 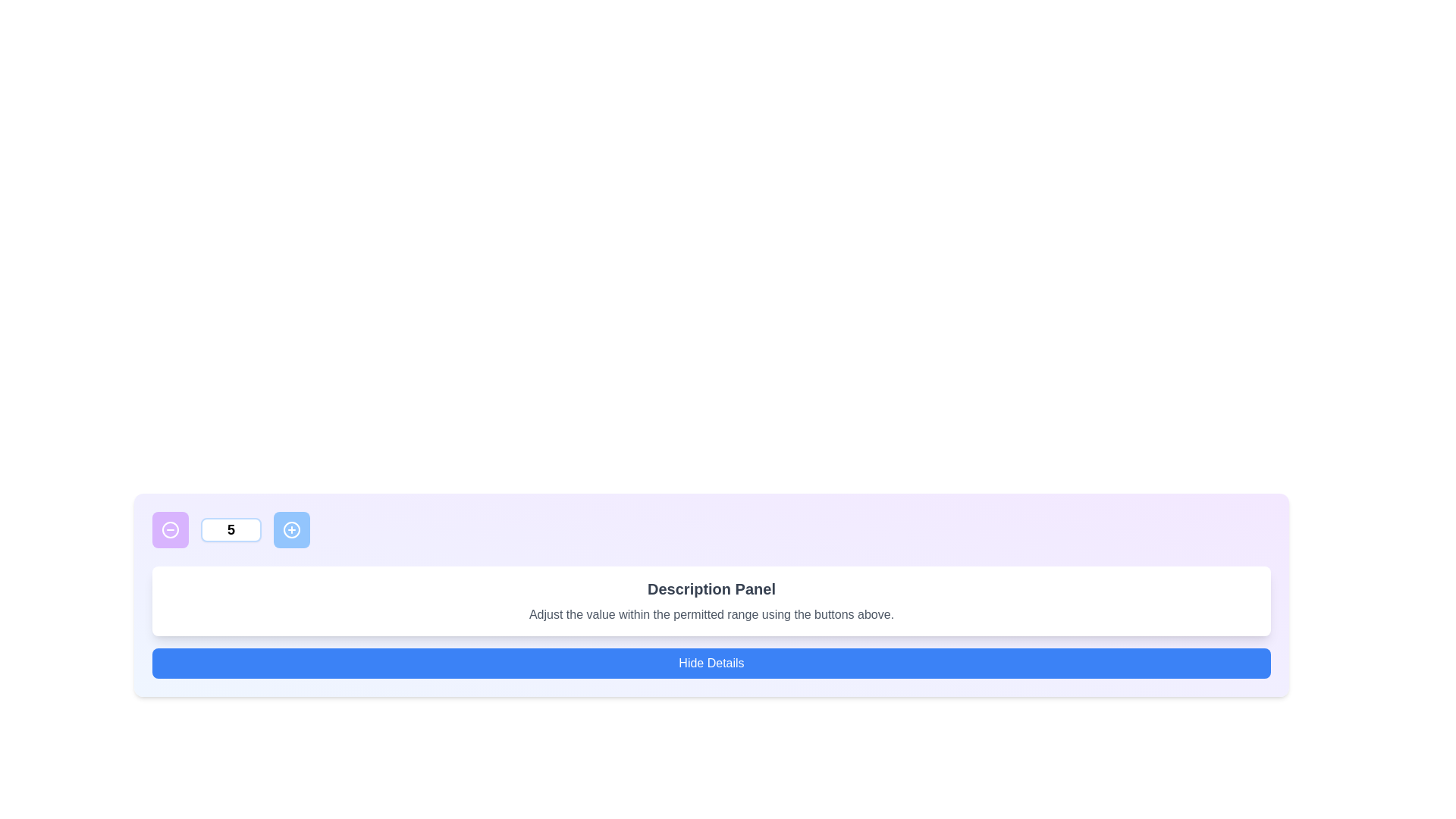 What do you see at coordinates (171, 529) in the screenshot?
I see `the purple button with a minus icon` at bounding box center [171, 529].